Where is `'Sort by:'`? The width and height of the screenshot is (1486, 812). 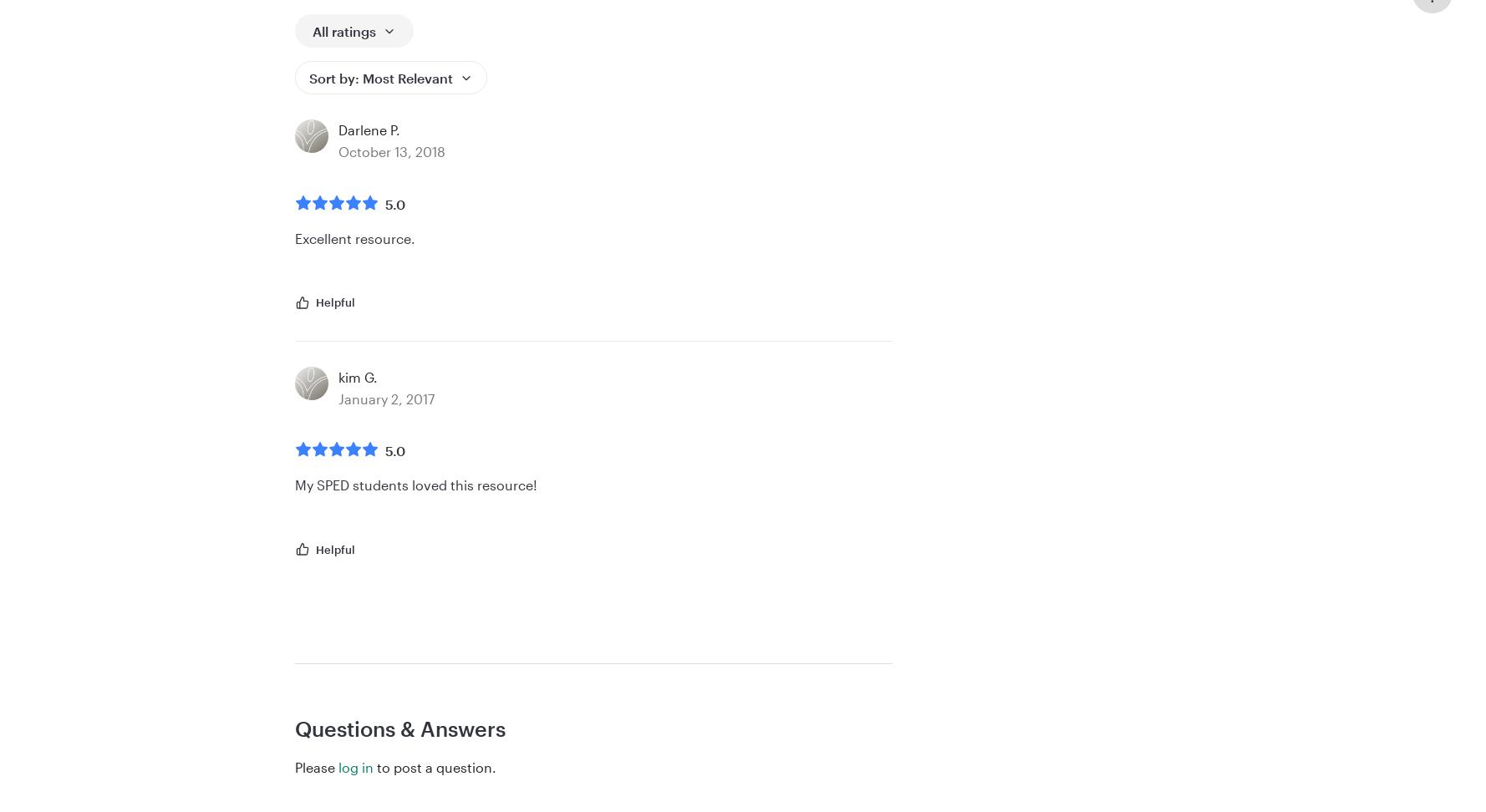 'Sort by:' is located at coordinates (336, 76).